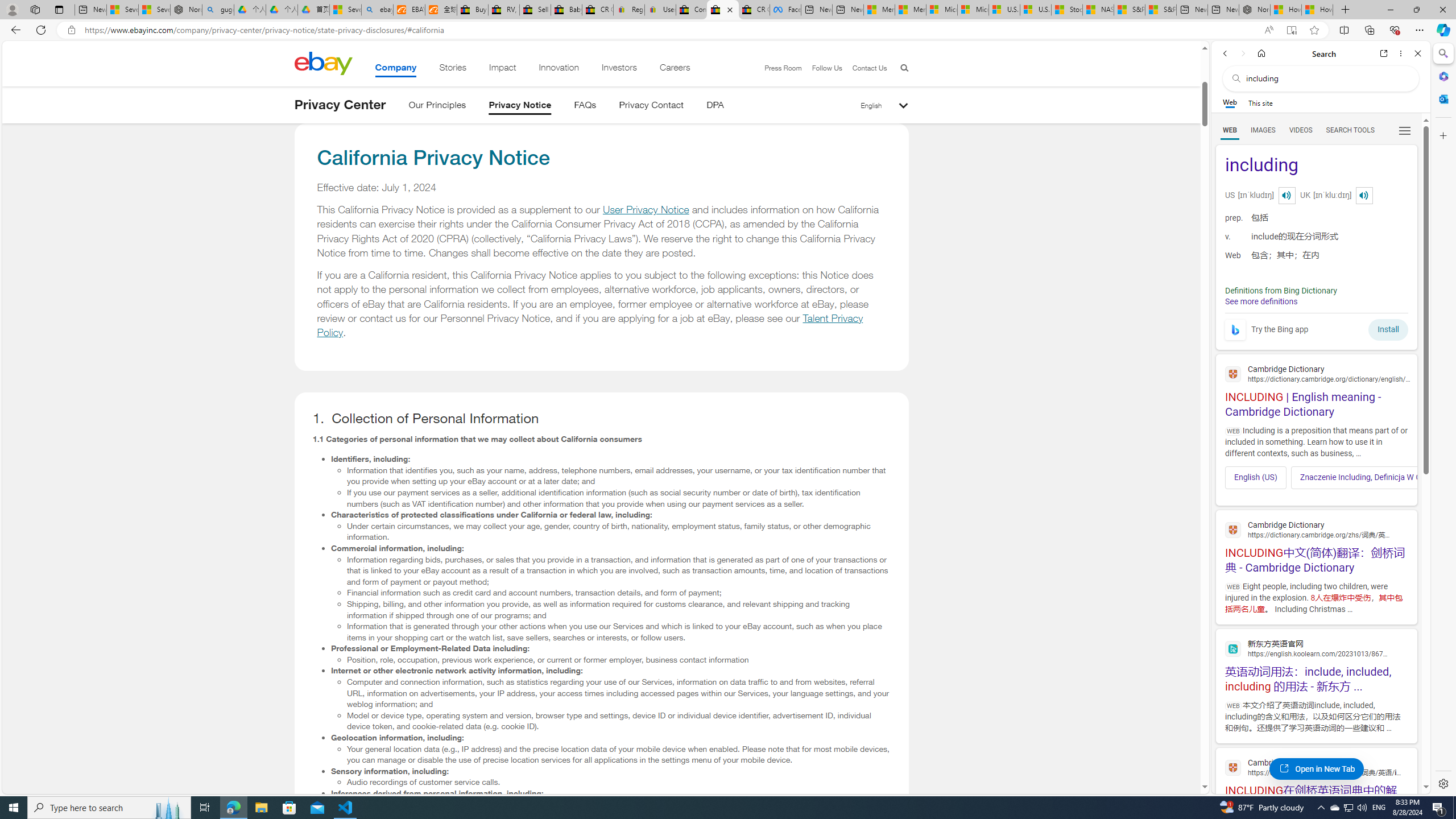  What do you see at coordinates (590, 325) in the screenshot?
I see `'Talent Privacy Policy'` at bounding box center [590, 325].